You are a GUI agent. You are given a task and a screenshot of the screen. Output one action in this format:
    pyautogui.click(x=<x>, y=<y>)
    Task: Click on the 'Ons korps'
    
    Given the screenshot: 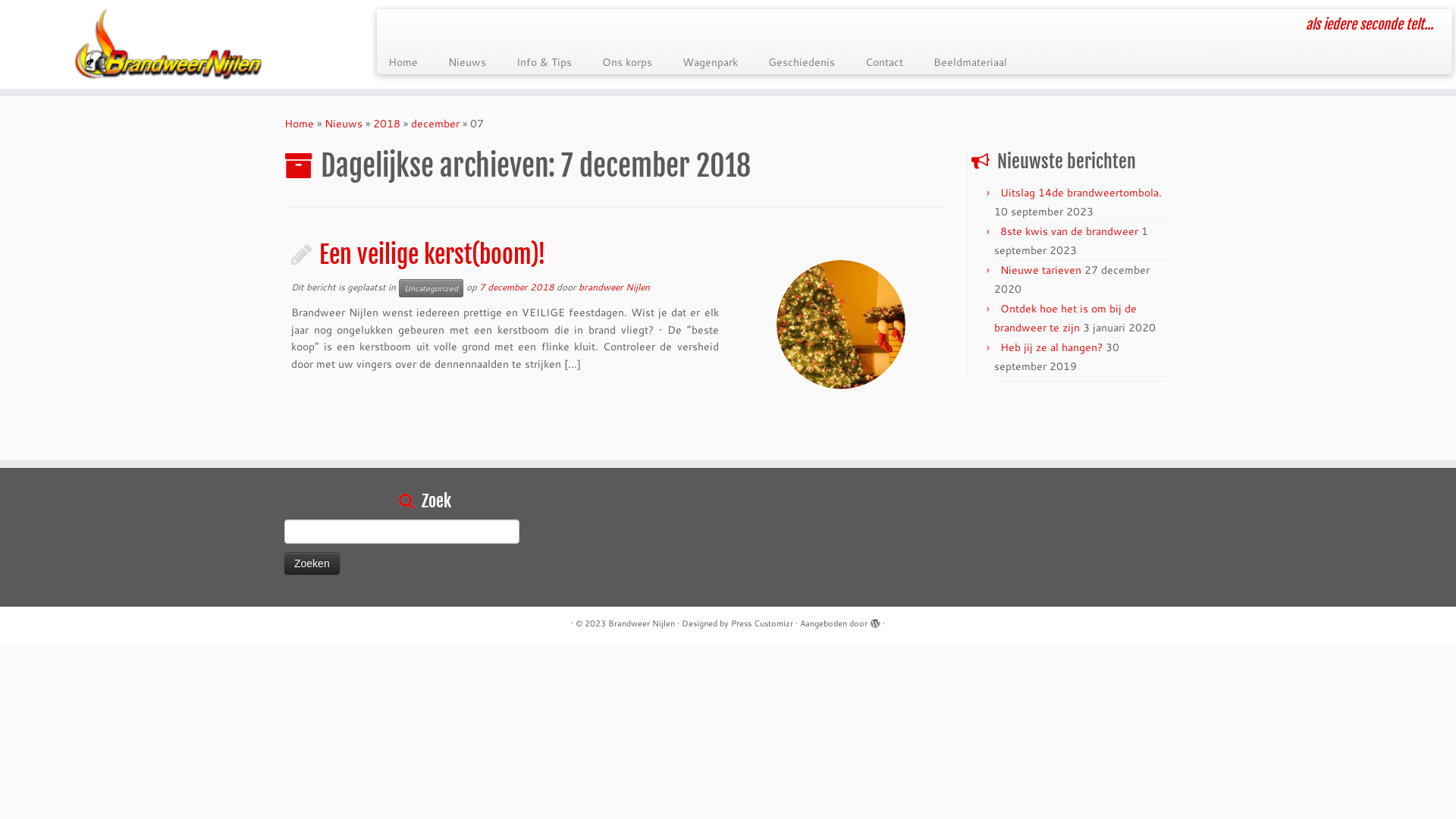 What is the action you would take?
    pyautogui.click(x=585, y=61)
    